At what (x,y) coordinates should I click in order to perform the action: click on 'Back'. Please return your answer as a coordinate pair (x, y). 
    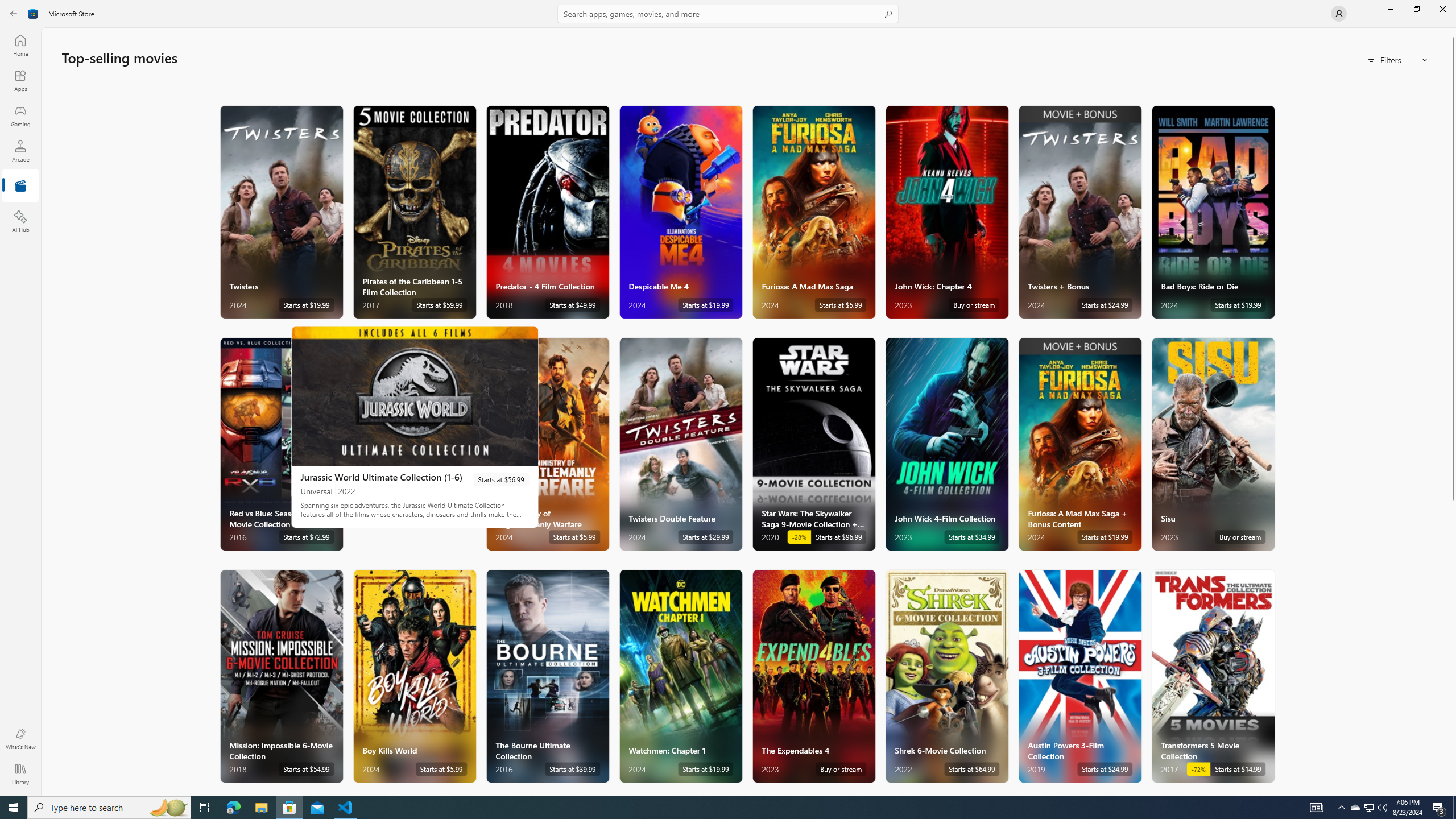
    Looking at the image, I should click on (14, 13).